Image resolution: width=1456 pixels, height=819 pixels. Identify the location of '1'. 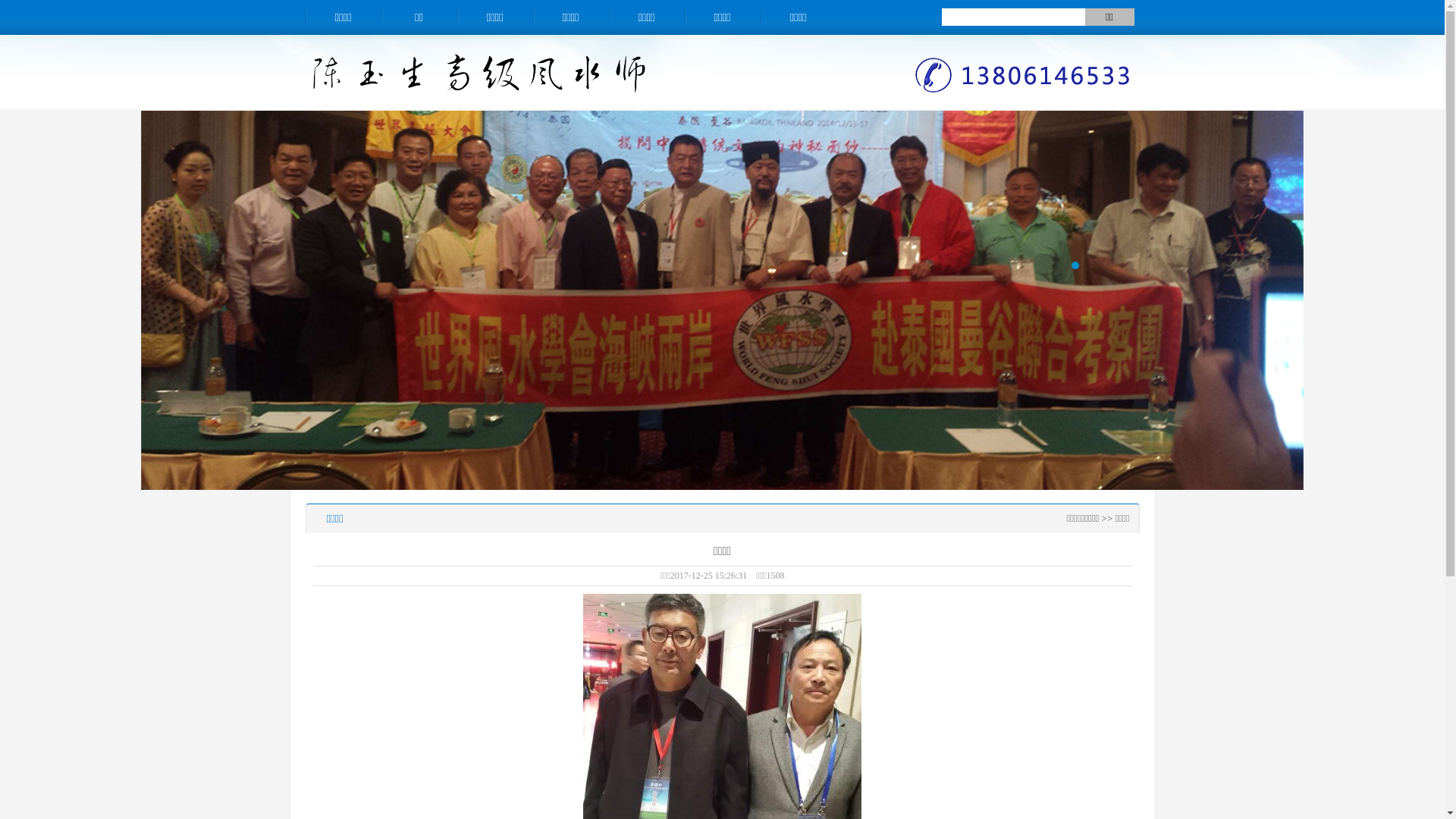
(1073, 265).